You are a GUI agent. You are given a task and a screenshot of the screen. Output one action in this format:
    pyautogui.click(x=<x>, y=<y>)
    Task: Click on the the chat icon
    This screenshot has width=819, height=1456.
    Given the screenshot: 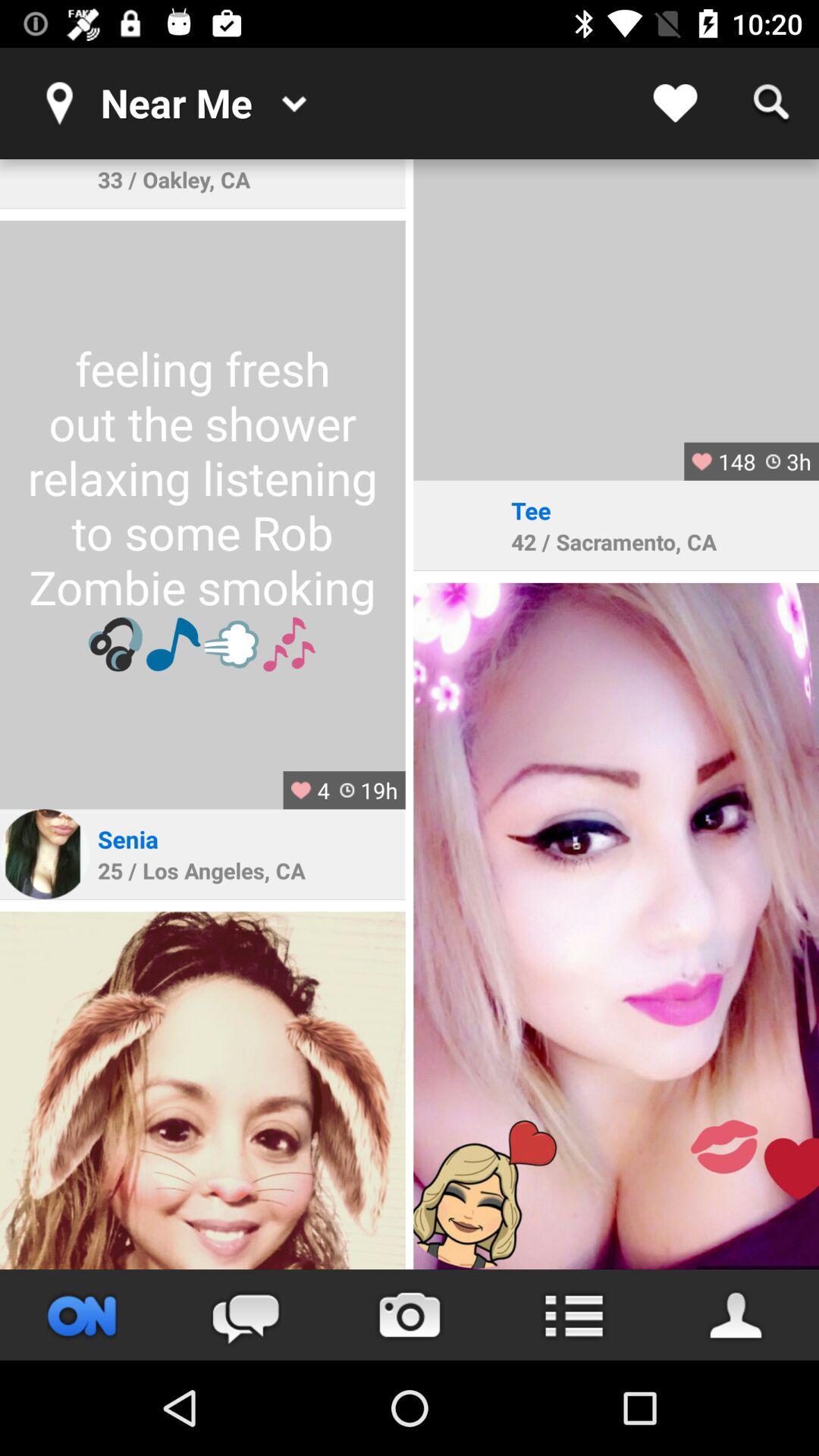 What is the action you would take?
    pyautogui.click(x=245, y=1314)
    